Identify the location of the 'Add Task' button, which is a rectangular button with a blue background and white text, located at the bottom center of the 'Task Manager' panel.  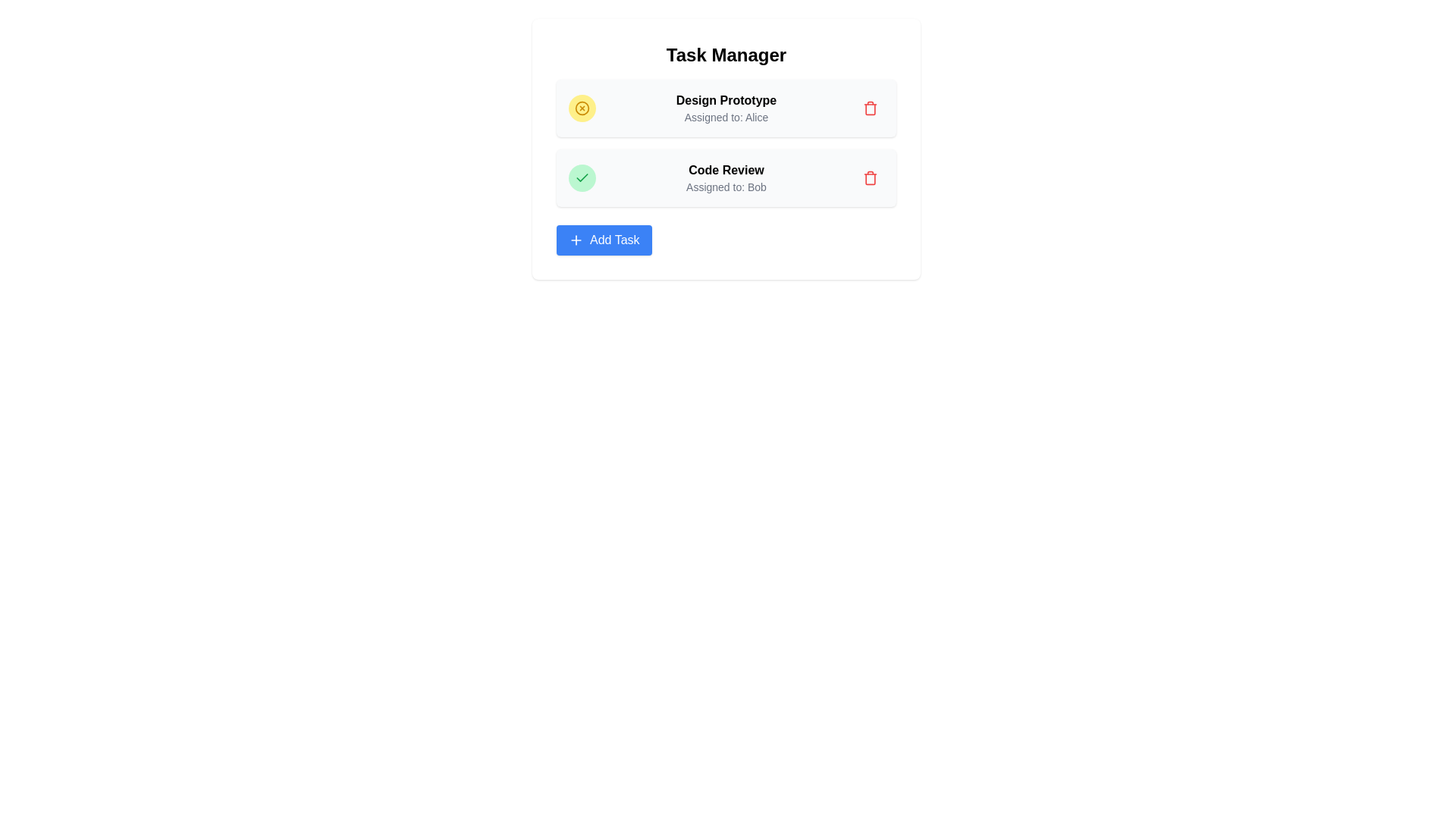
(603, 239).